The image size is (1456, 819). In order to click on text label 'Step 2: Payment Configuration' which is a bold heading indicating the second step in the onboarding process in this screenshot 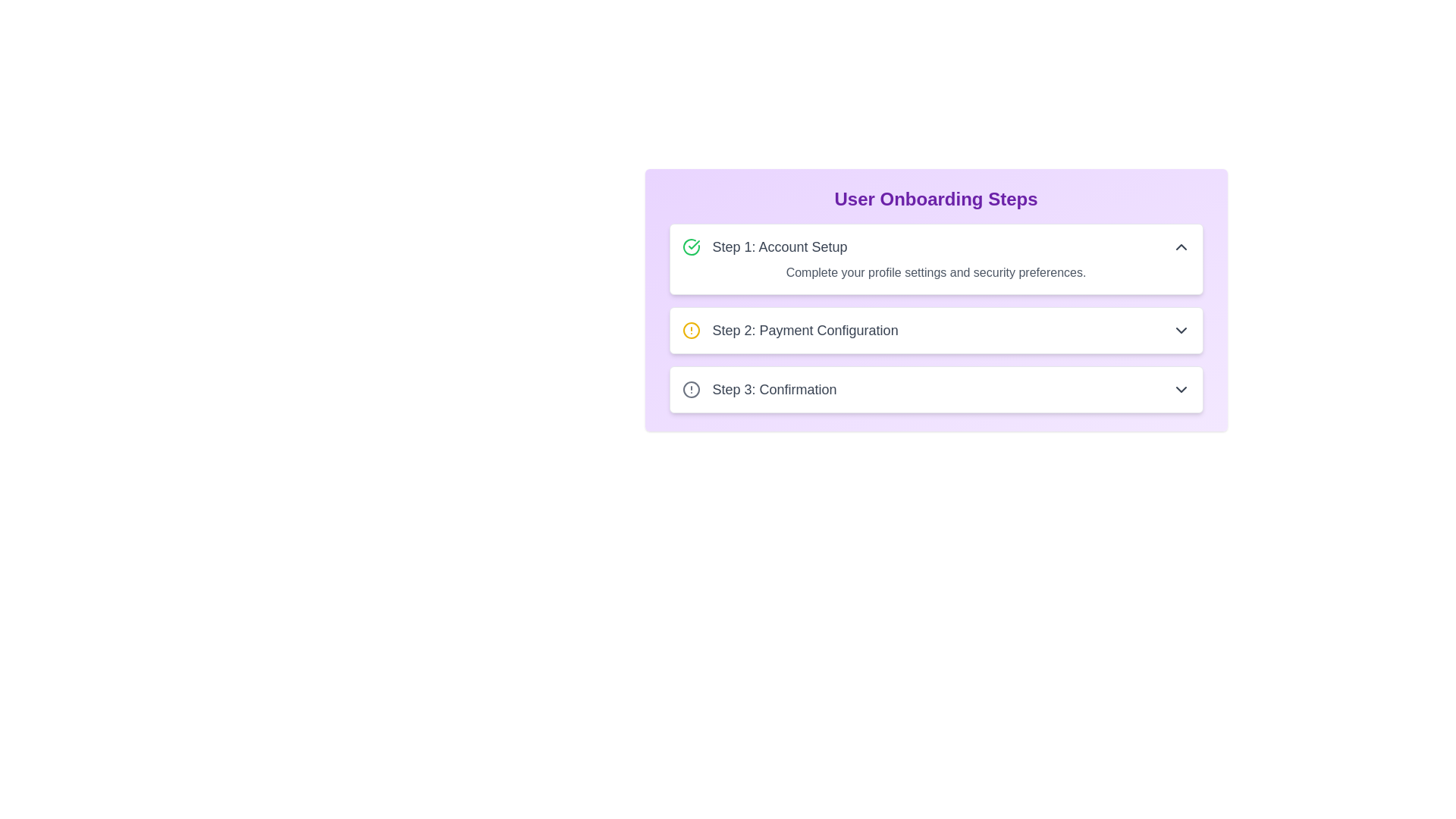, I will do `click(805, 329)`.